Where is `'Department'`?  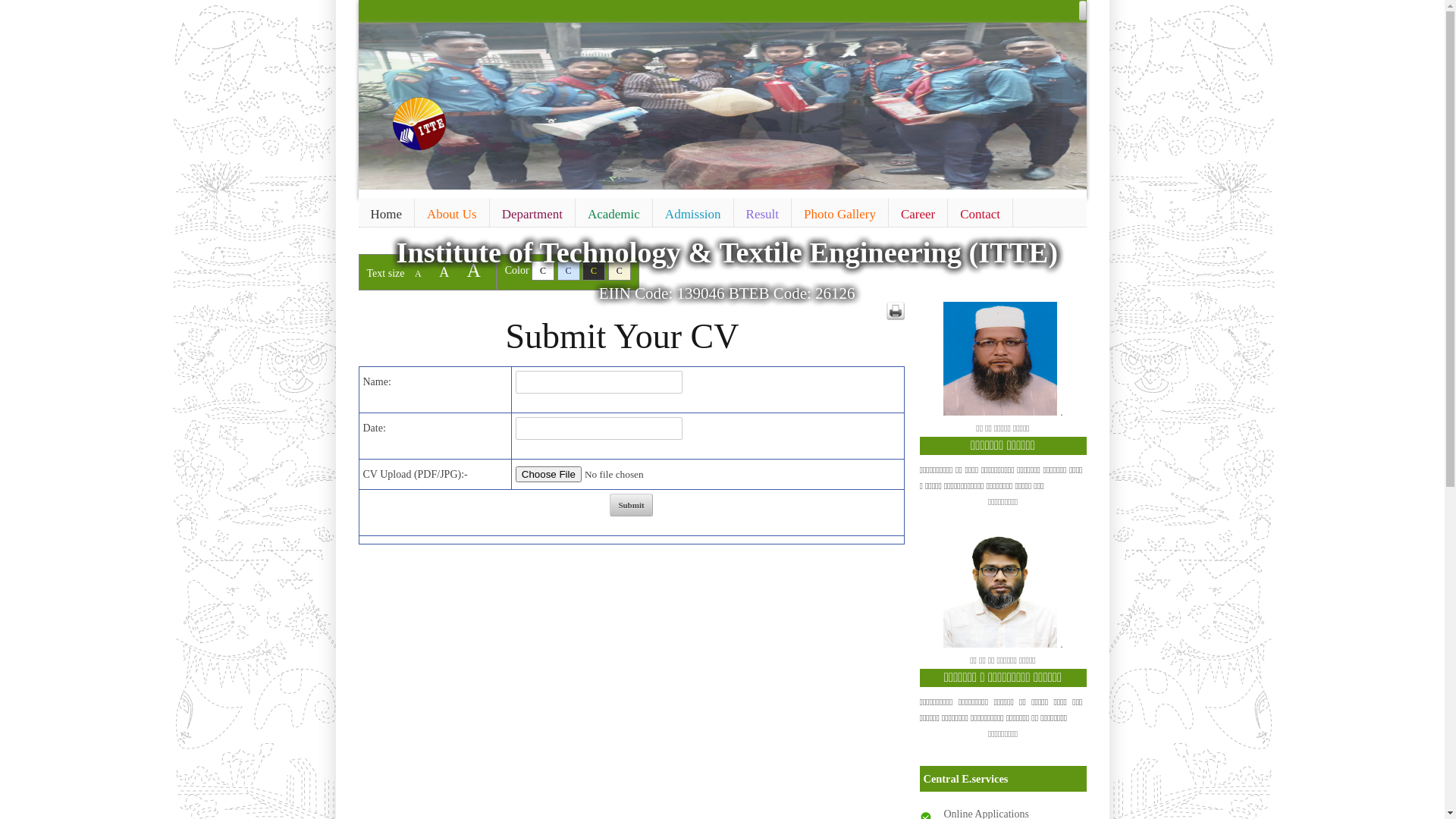
'Department' is located at coordinates (532, 214).